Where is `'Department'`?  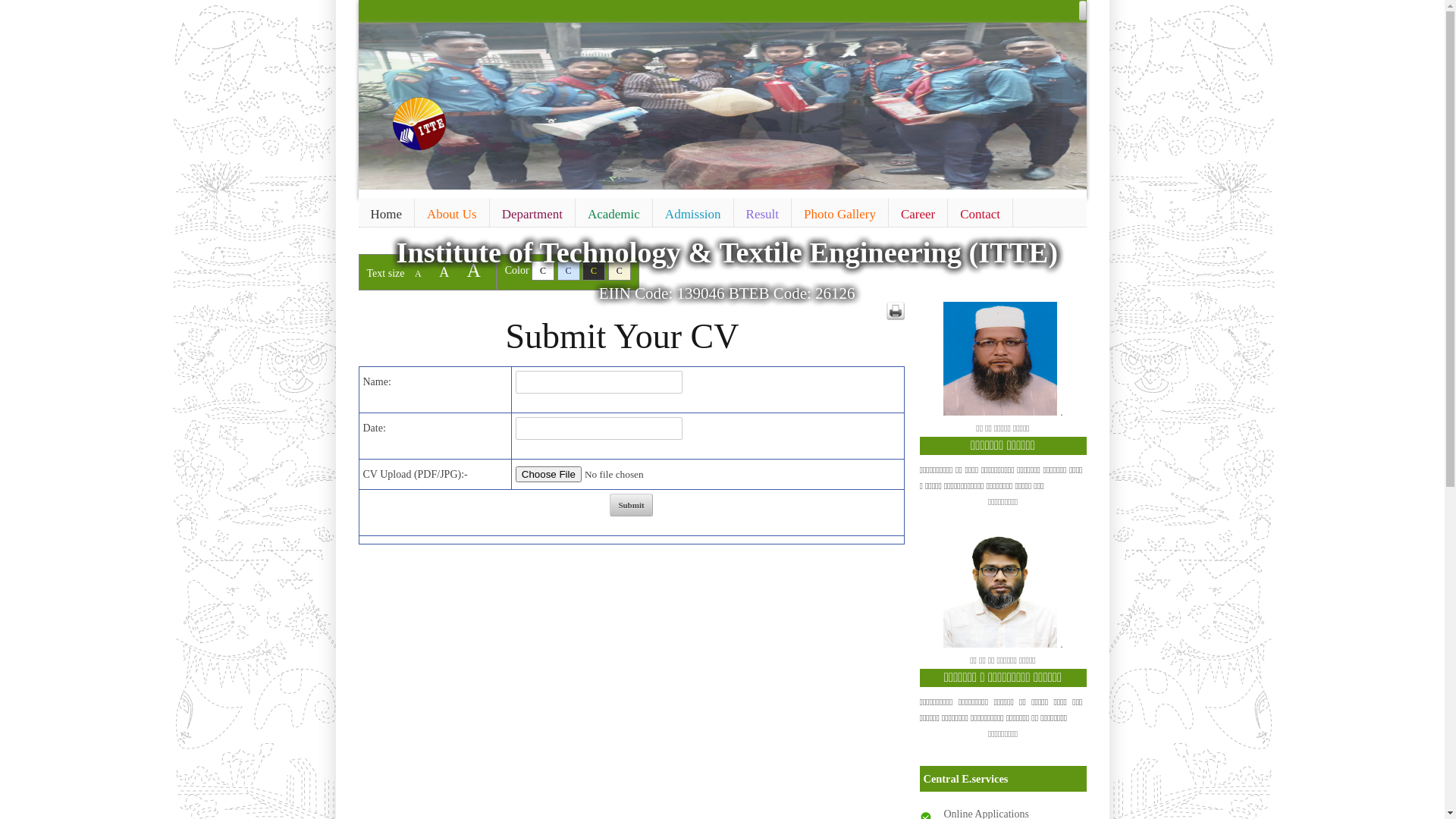
'Department' is located at coordinates (532, 214).